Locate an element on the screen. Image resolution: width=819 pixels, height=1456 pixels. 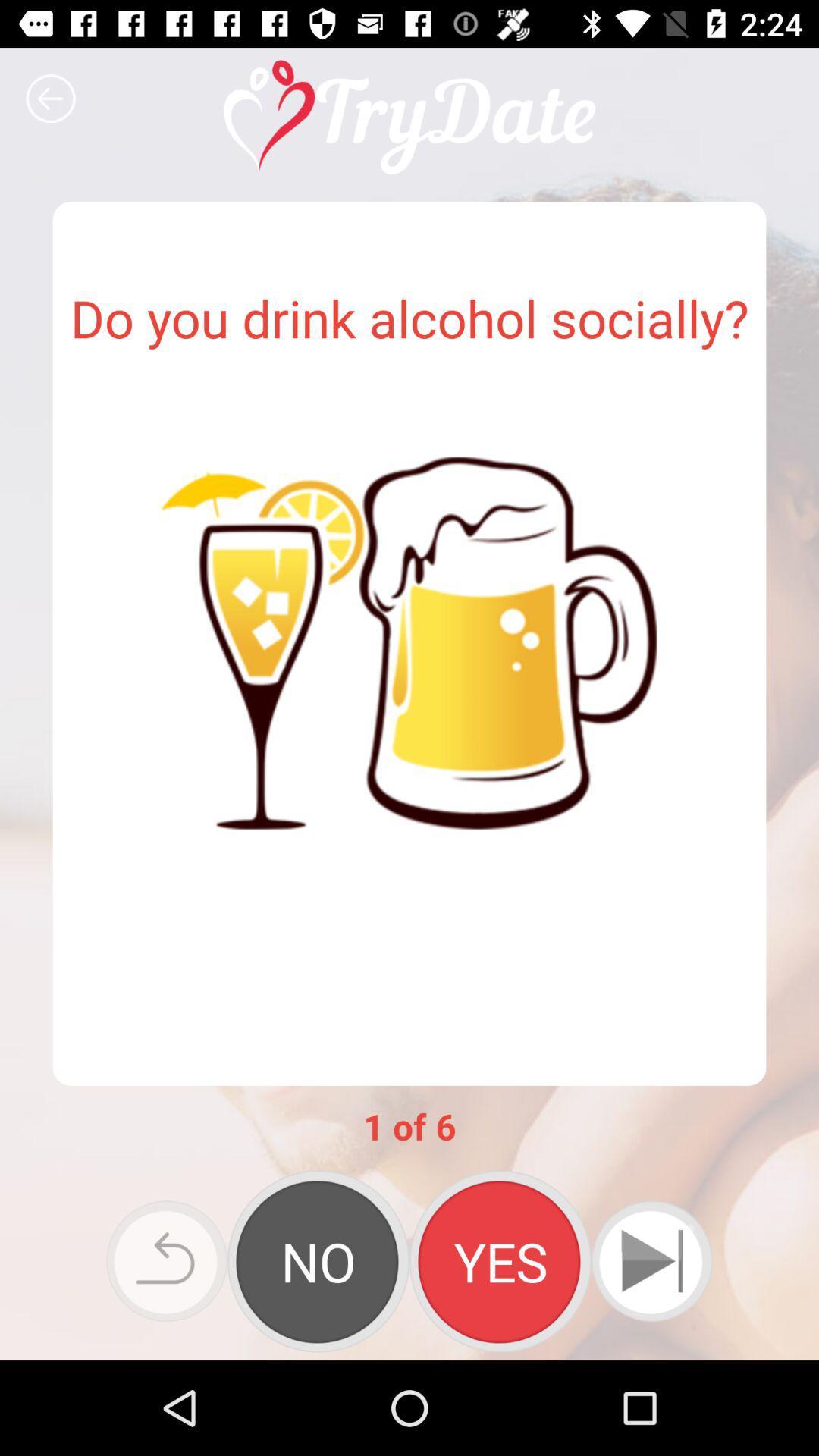
app above do you drink item is located at coordinates (50, 98).